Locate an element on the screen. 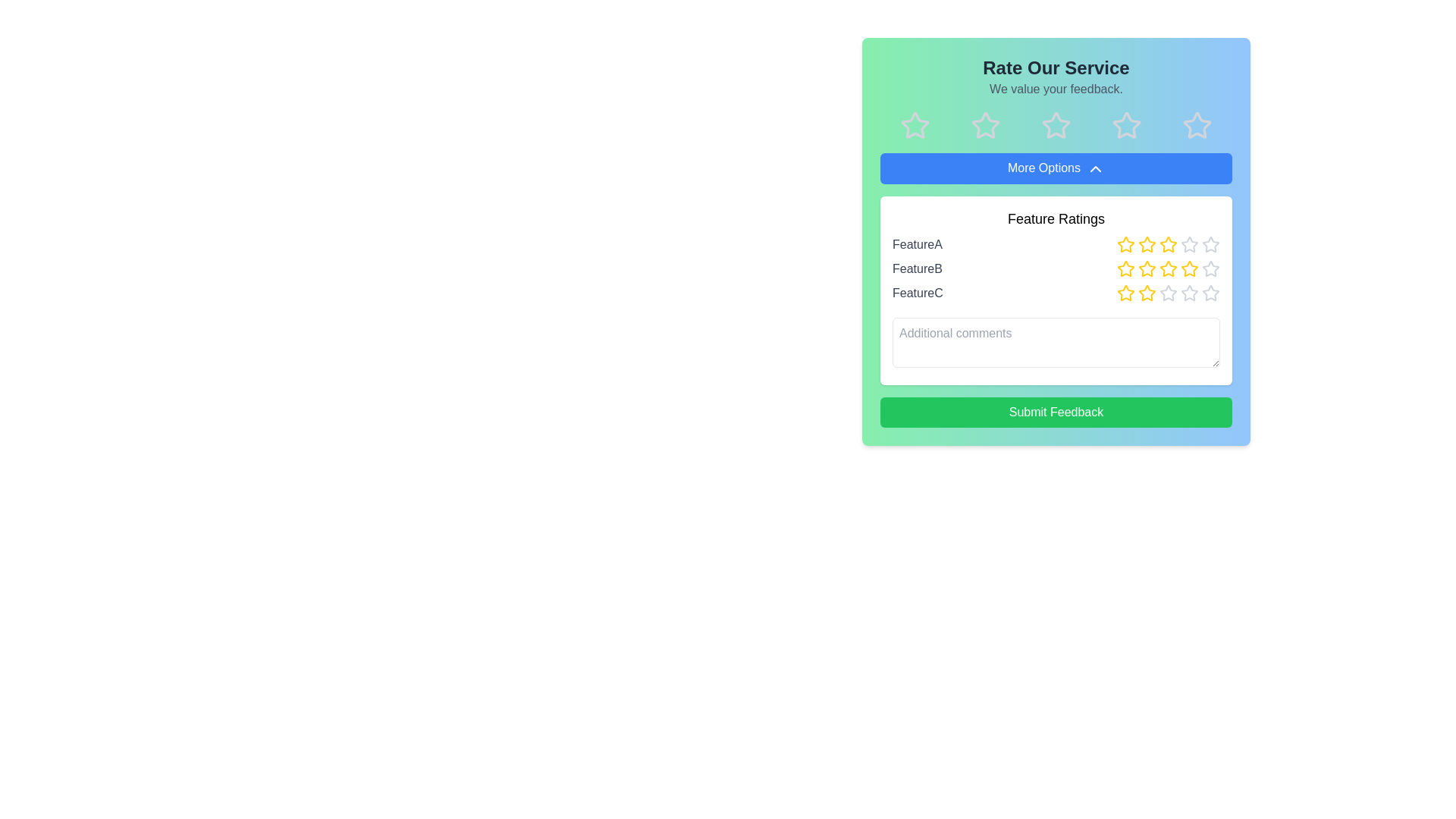  the fifth star-shaped rating icon in the second row under 'Feature Ratings' for 'FeatureA' is located at coordinates (1189, 243).